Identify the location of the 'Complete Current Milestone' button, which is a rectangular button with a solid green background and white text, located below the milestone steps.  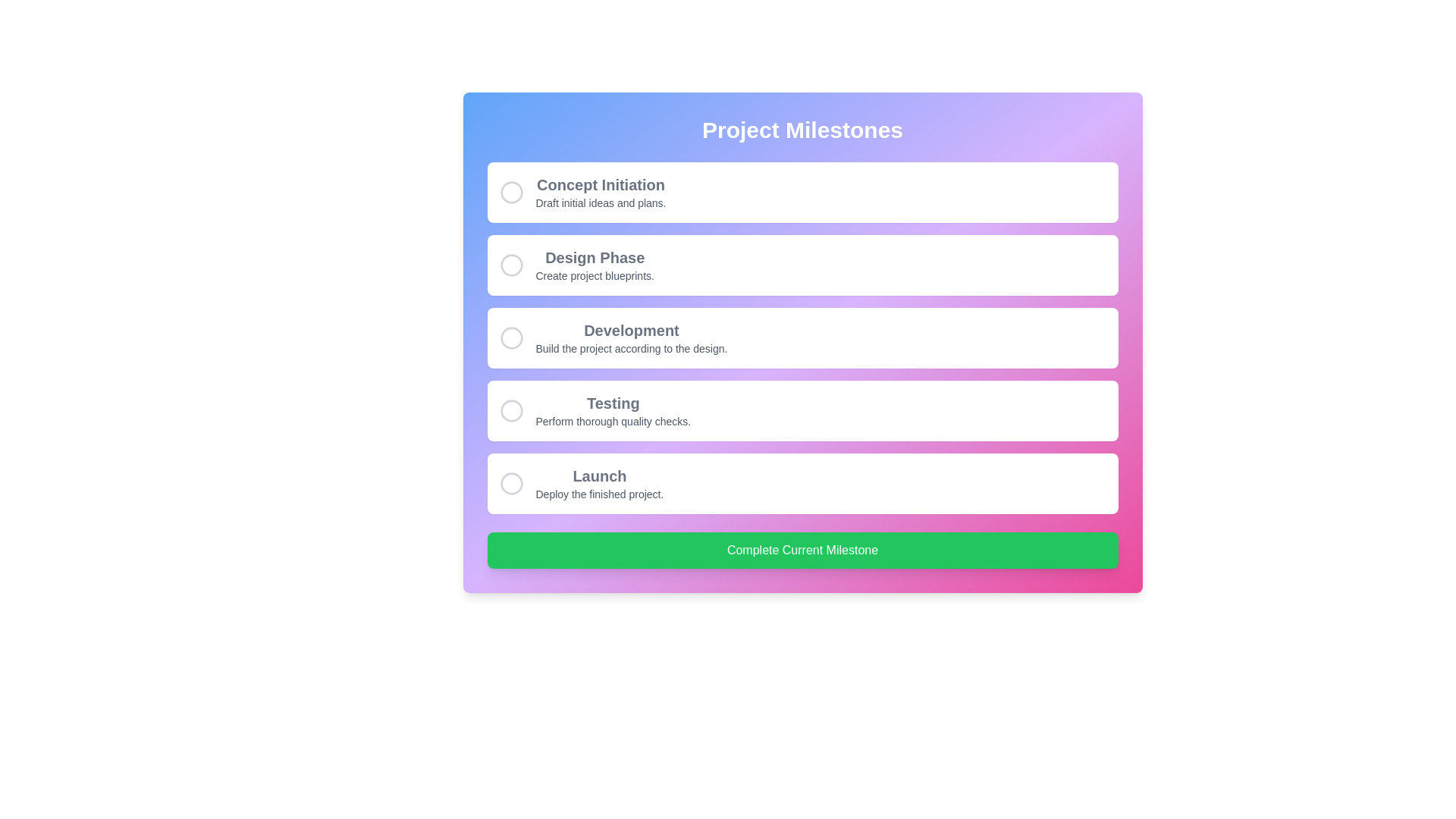
(802, 550).